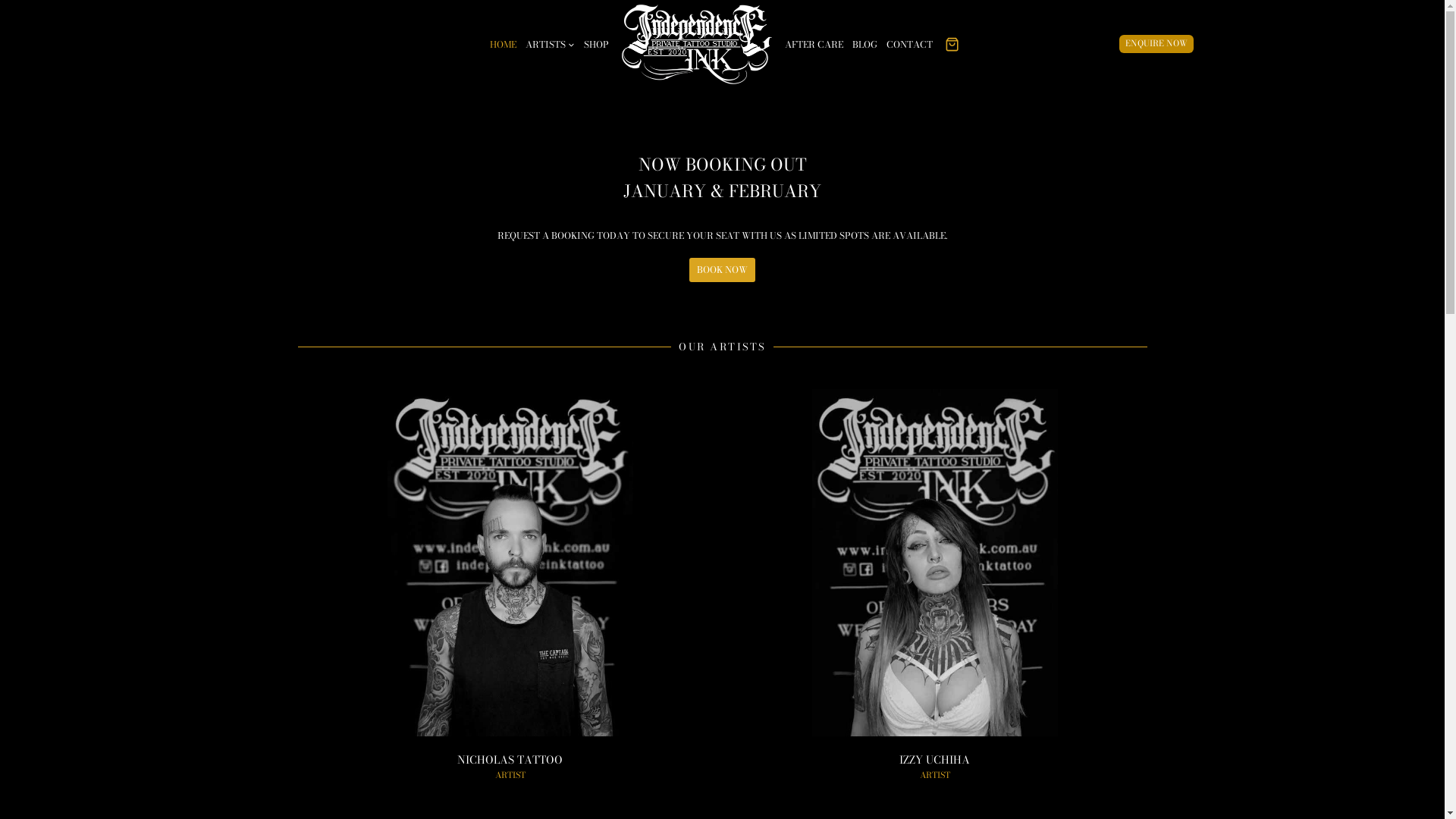  Describe the element at coordinates (595, 42) in the screenshot. I see `'SHOP'` at that location.